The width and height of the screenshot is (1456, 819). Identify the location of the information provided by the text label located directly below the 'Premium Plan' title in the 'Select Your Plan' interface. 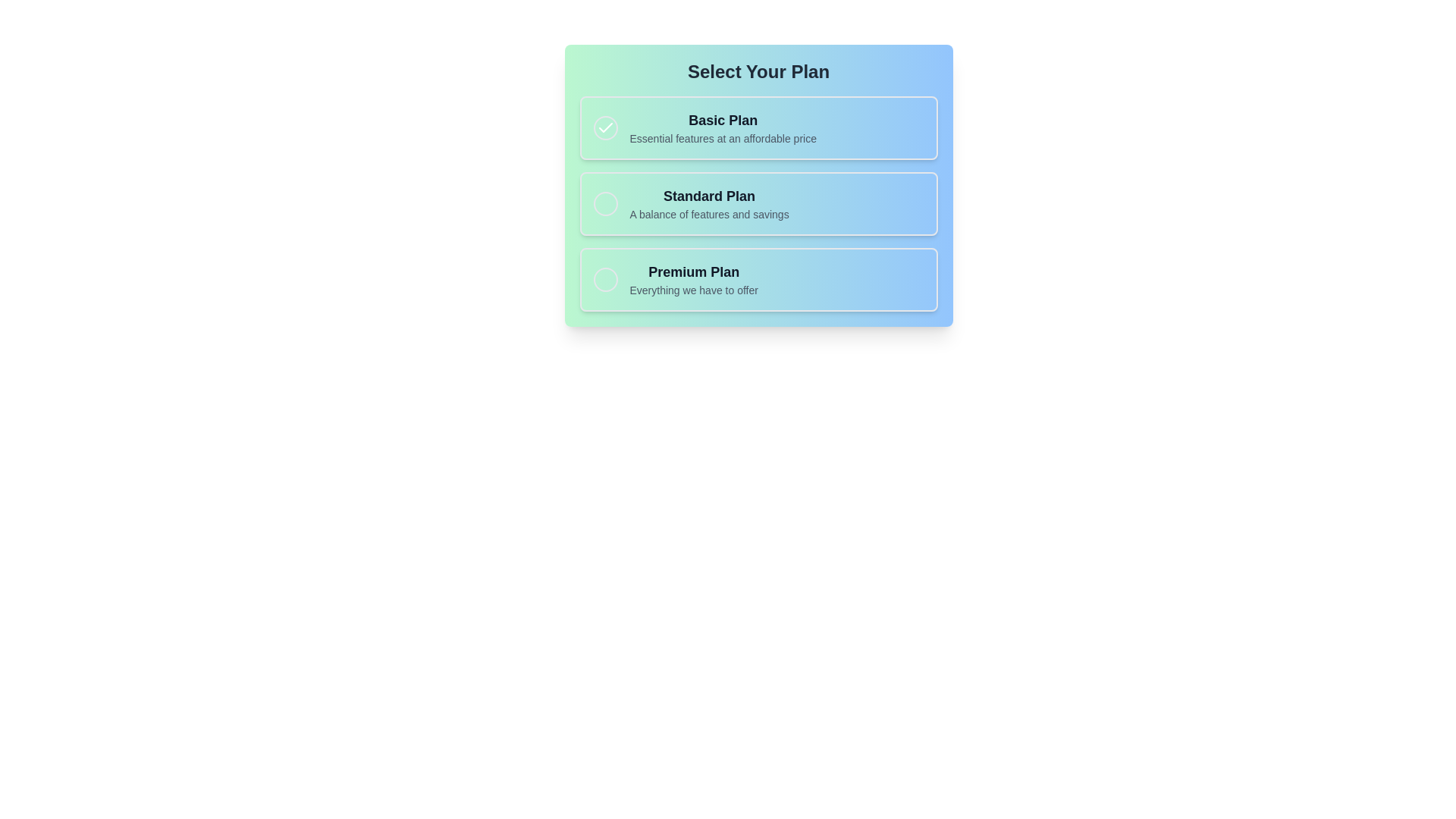
(693, 290).